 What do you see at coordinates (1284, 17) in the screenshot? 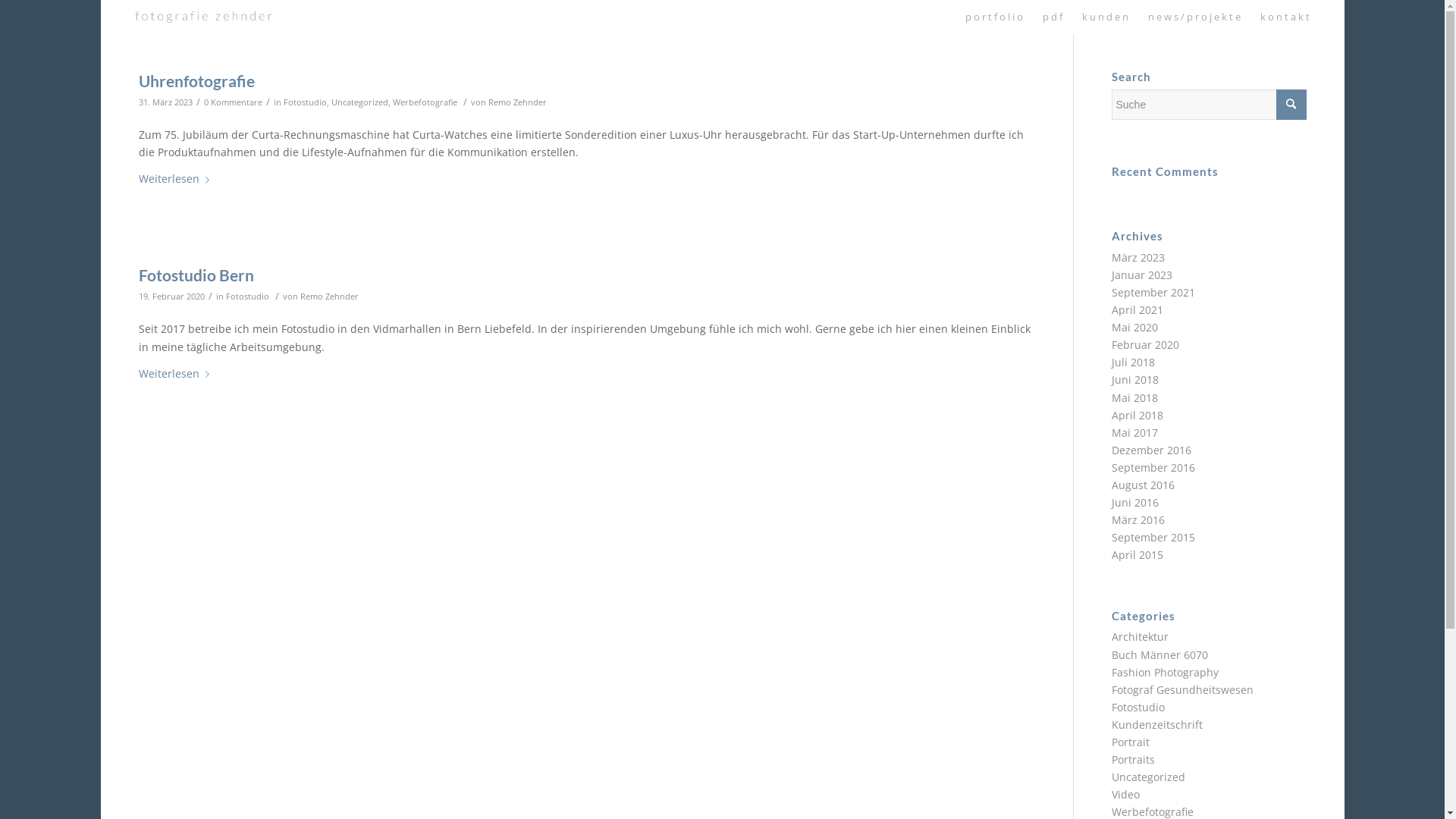
I see `'k o n t a k t'` at bounding box center [1284, 17].